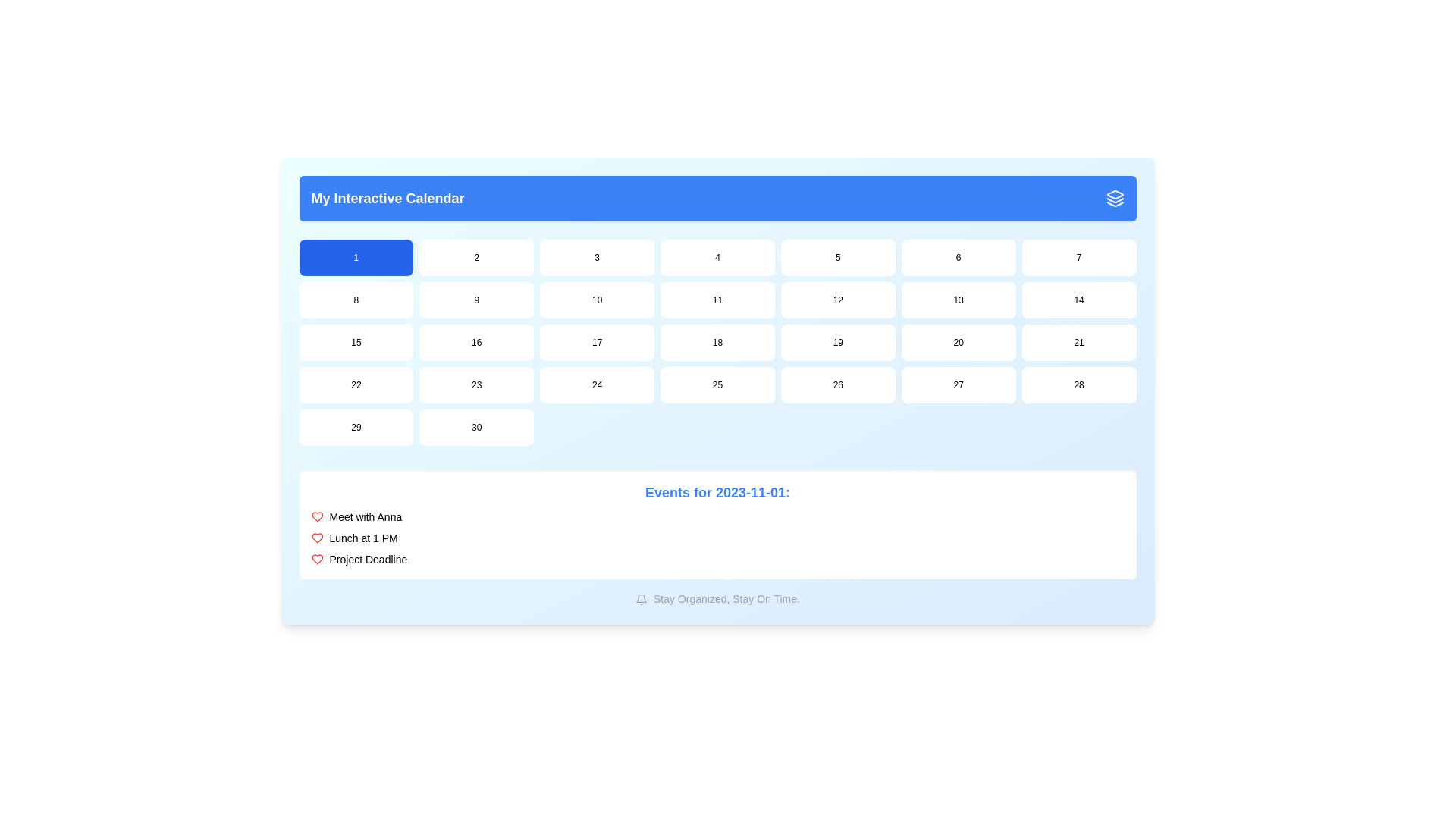 The image size is (1456, 819). What do you see at coordinates (958, 342) in the screenshot?
I see `the button representing the 20th day in the calendar grid` at bounding box center [958, 342].